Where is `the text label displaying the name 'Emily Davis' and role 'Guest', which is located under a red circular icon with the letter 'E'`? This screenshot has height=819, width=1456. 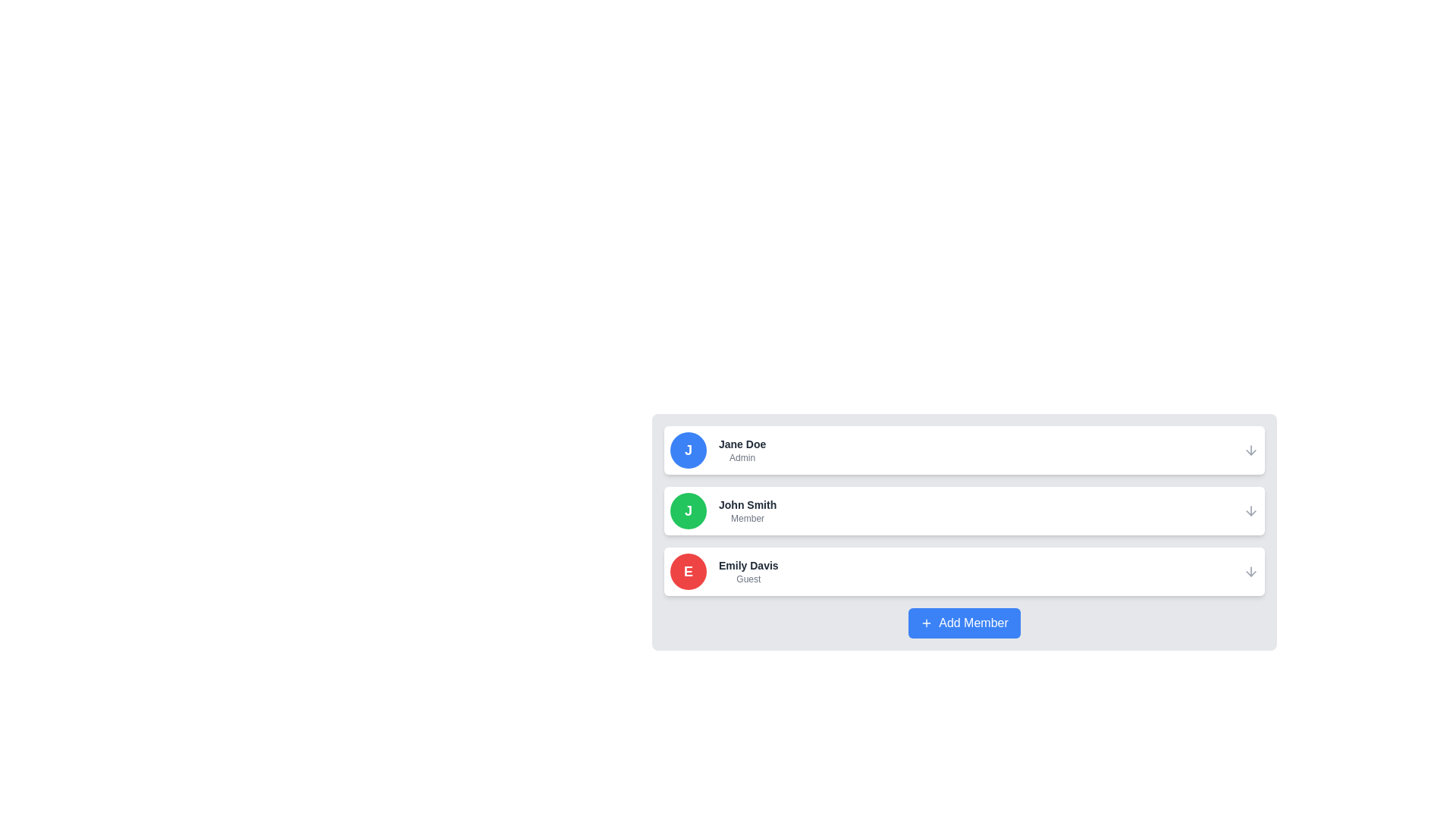
the text label displaying the name 'Emily Davis' and role 'Guest', which is located under a red circular icon with the letter 'E' is located at coordinates (748, 571).